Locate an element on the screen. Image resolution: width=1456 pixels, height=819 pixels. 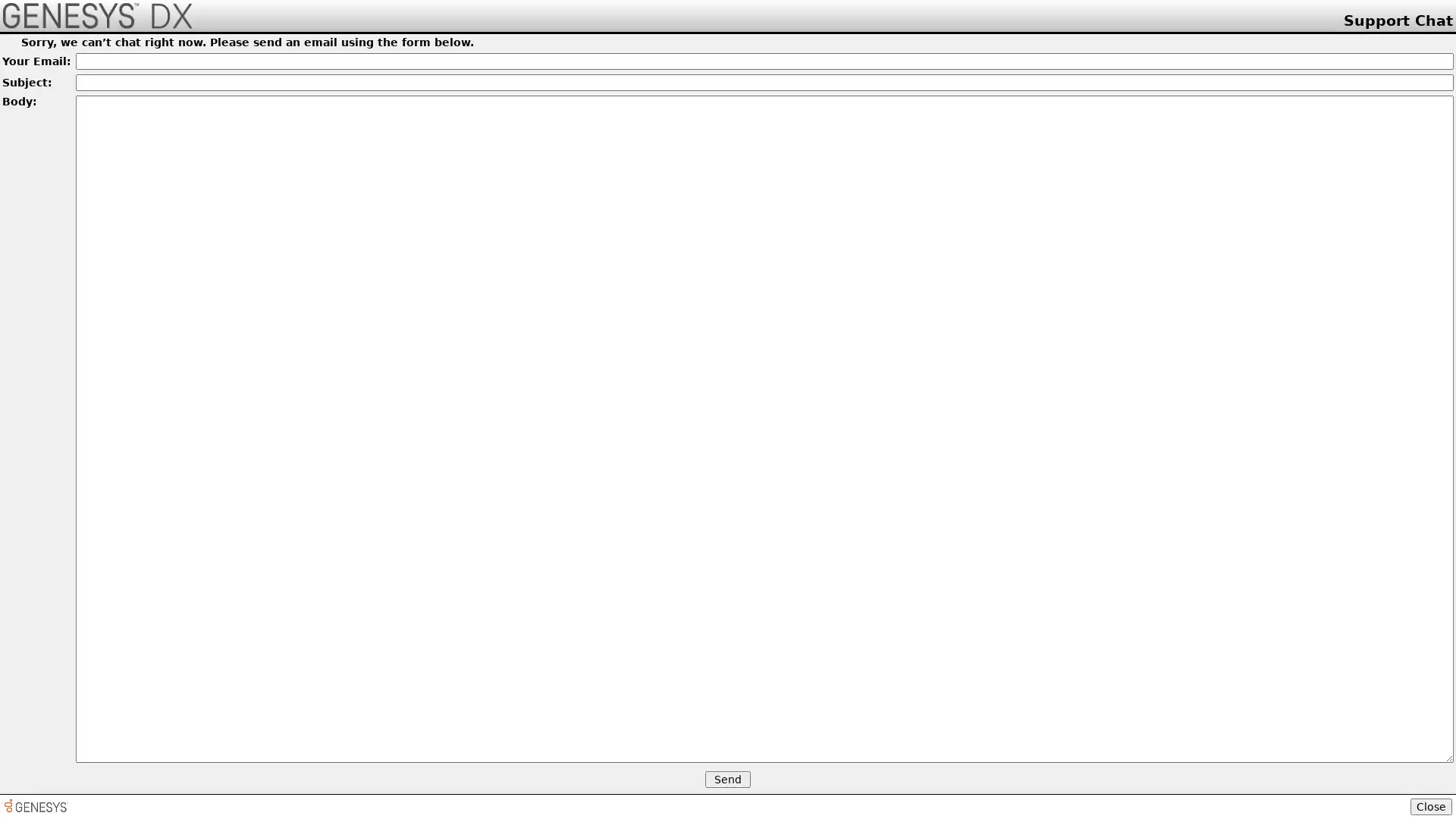
Close is located at coordinates (1430, 806).